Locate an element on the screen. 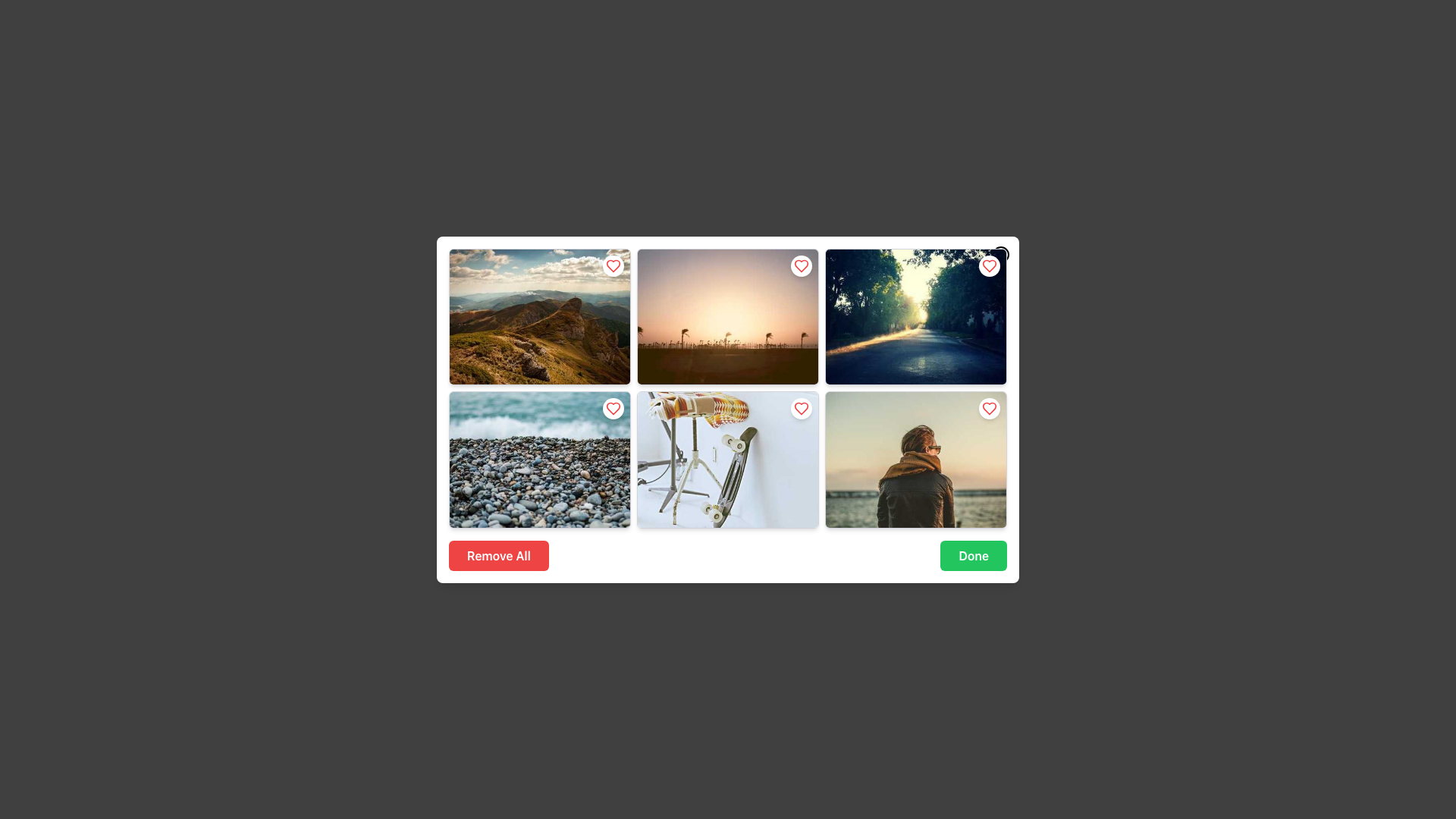 This screenshot has height=819, width=1456. the circular SVG graphic element located in the upper-right corner of the rightmost image in the second row of a grid layout, which functions as a button for removing or closing an associated item is located at coordinates (1001, 253).